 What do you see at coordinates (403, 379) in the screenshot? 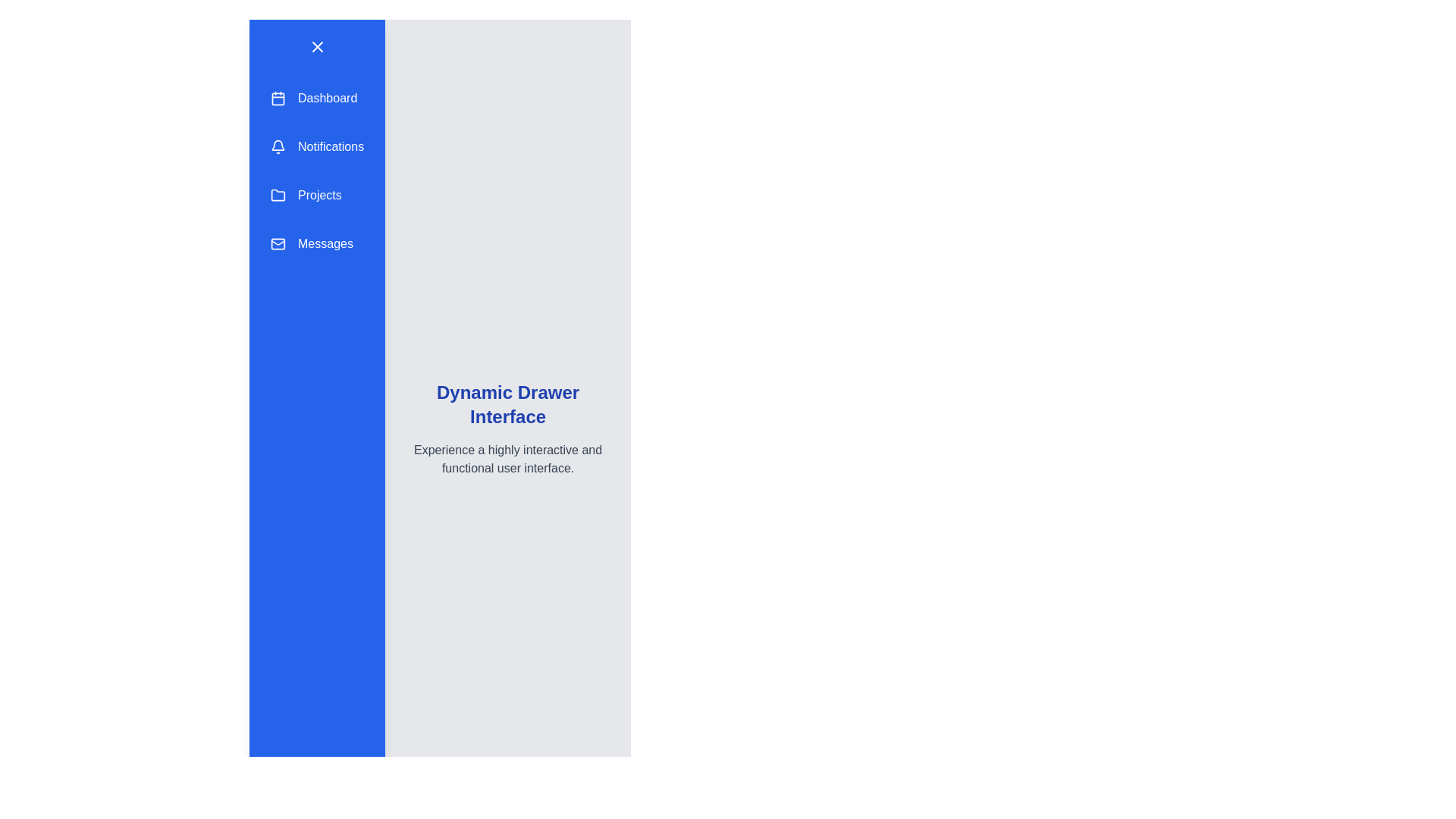
I see `the text 'Dynamic Drawer Interface' by dragging the mouse cursor over it` at bounding box center [403, 379].